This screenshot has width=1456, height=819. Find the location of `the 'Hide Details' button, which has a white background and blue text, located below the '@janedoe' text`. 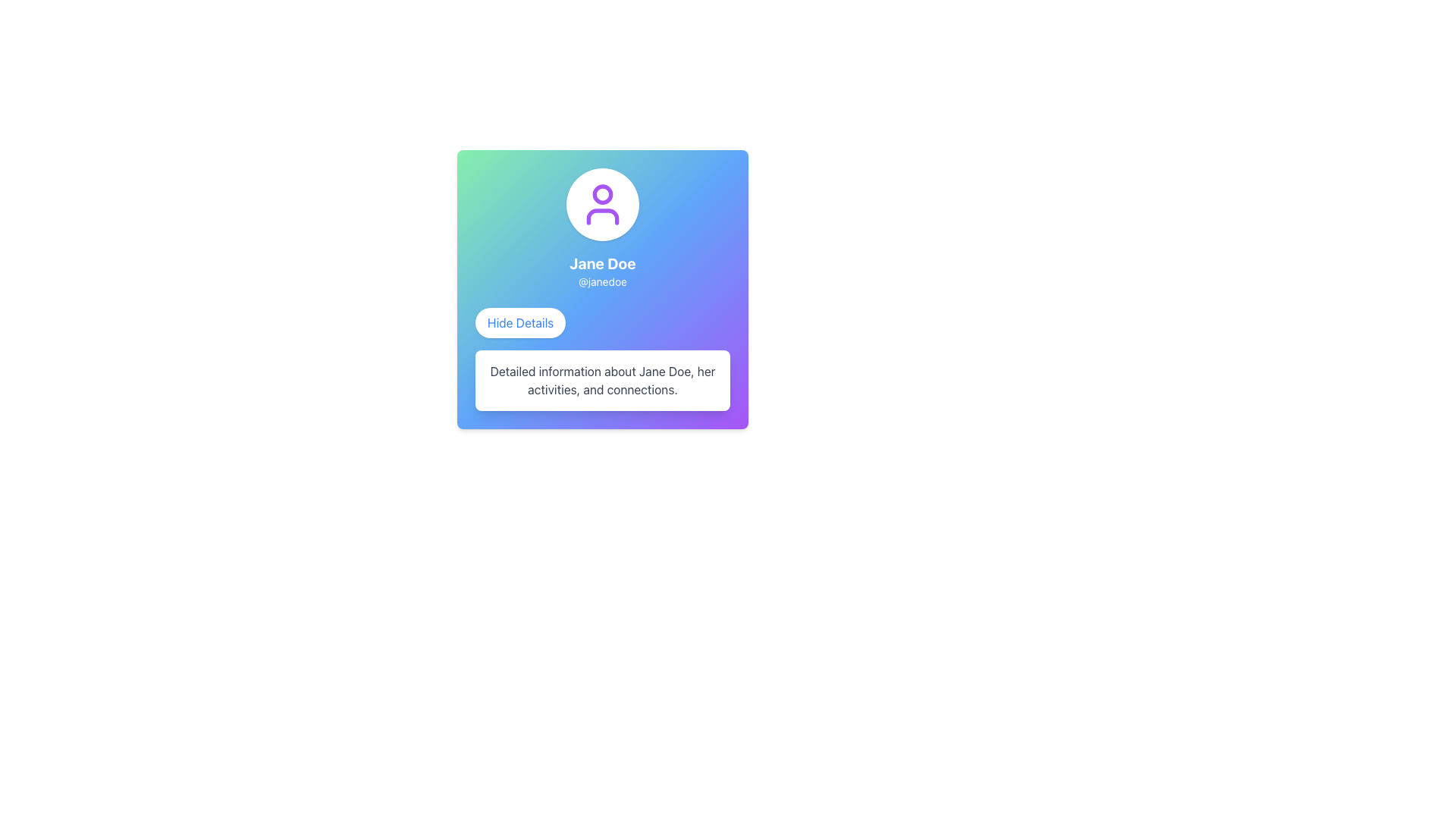

the 'Hide Details' button, which has a white background and blue text, located below the '@janedoe' text is located at coordinates (520, 322).